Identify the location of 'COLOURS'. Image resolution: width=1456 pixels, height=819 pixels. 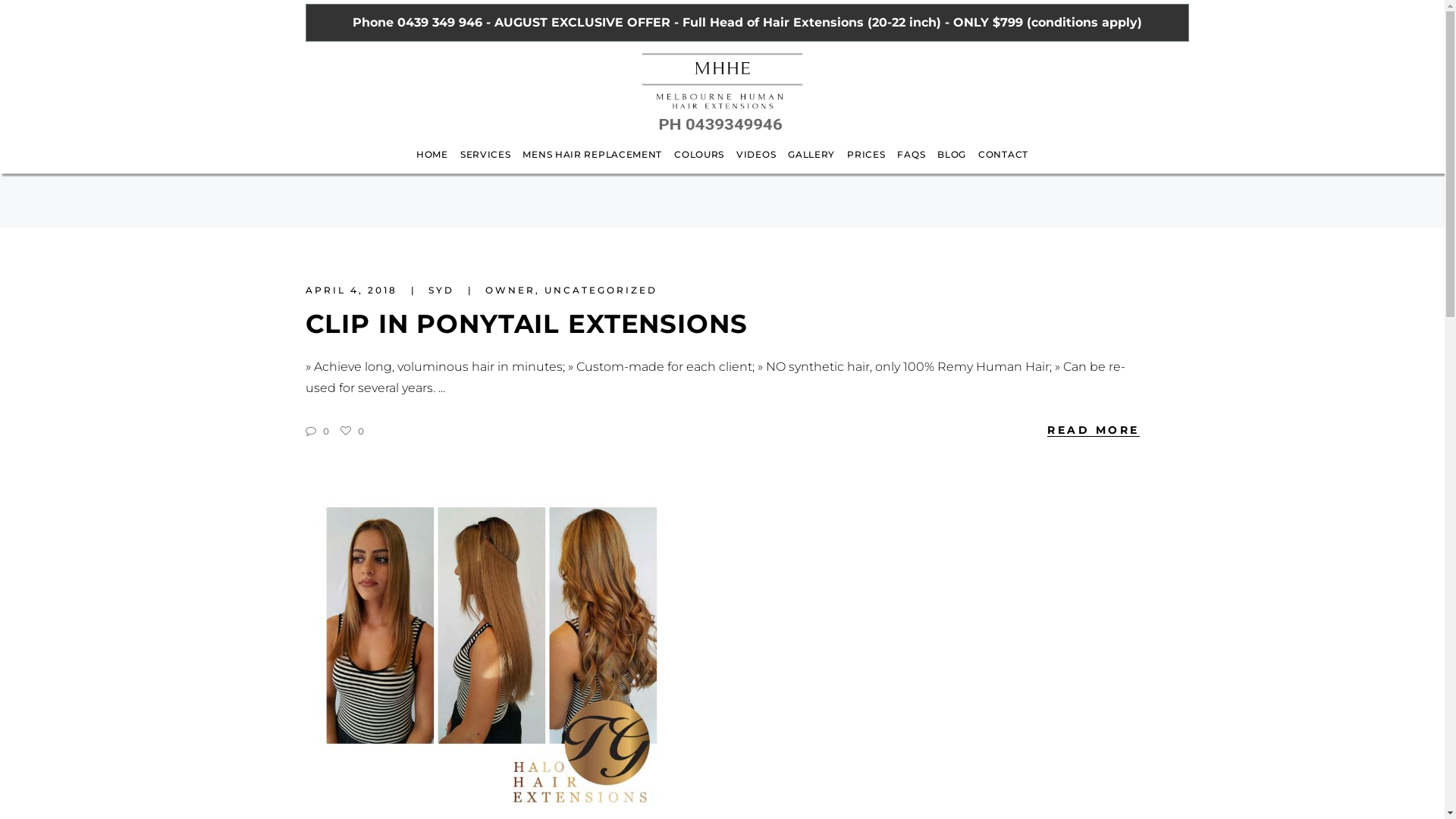
(698, 164).